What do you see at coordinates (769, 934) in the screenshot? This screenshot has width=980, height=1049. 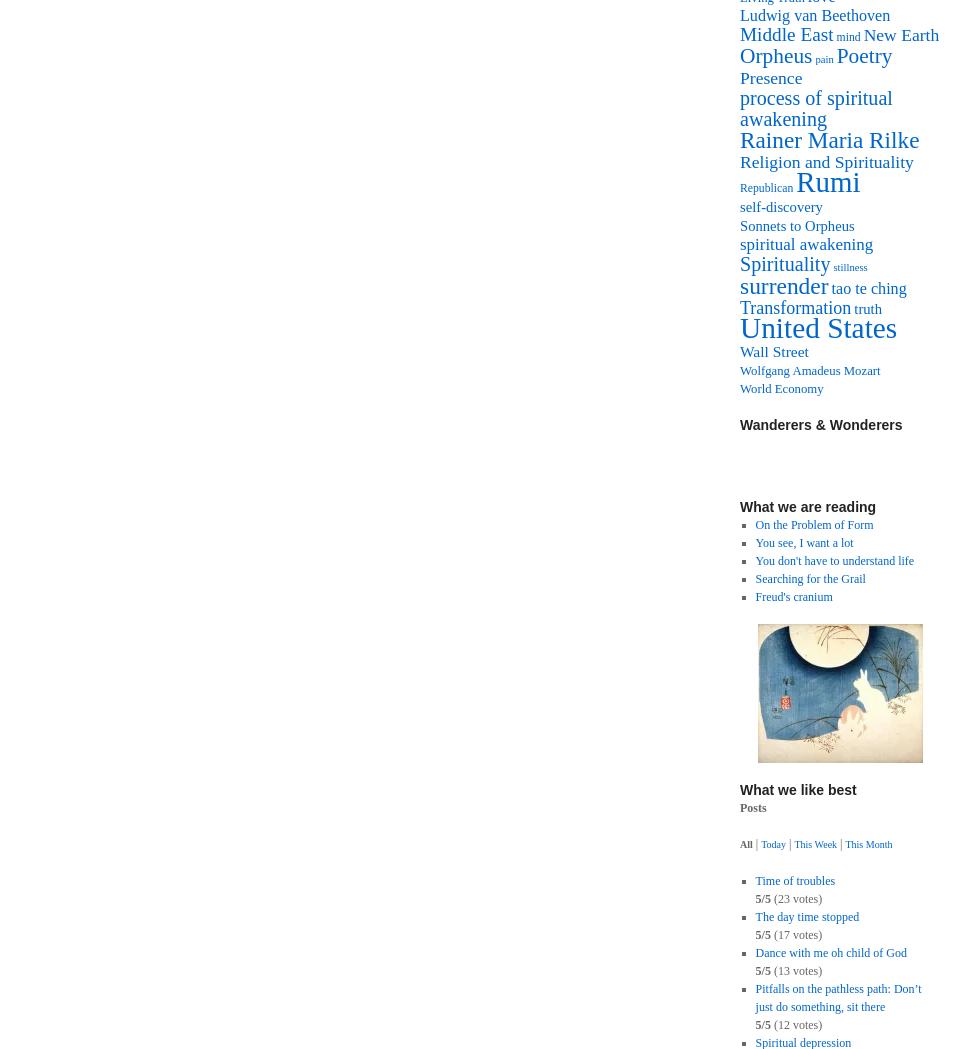 I see `'(17 votes)'` at bounding box center [769, 934].